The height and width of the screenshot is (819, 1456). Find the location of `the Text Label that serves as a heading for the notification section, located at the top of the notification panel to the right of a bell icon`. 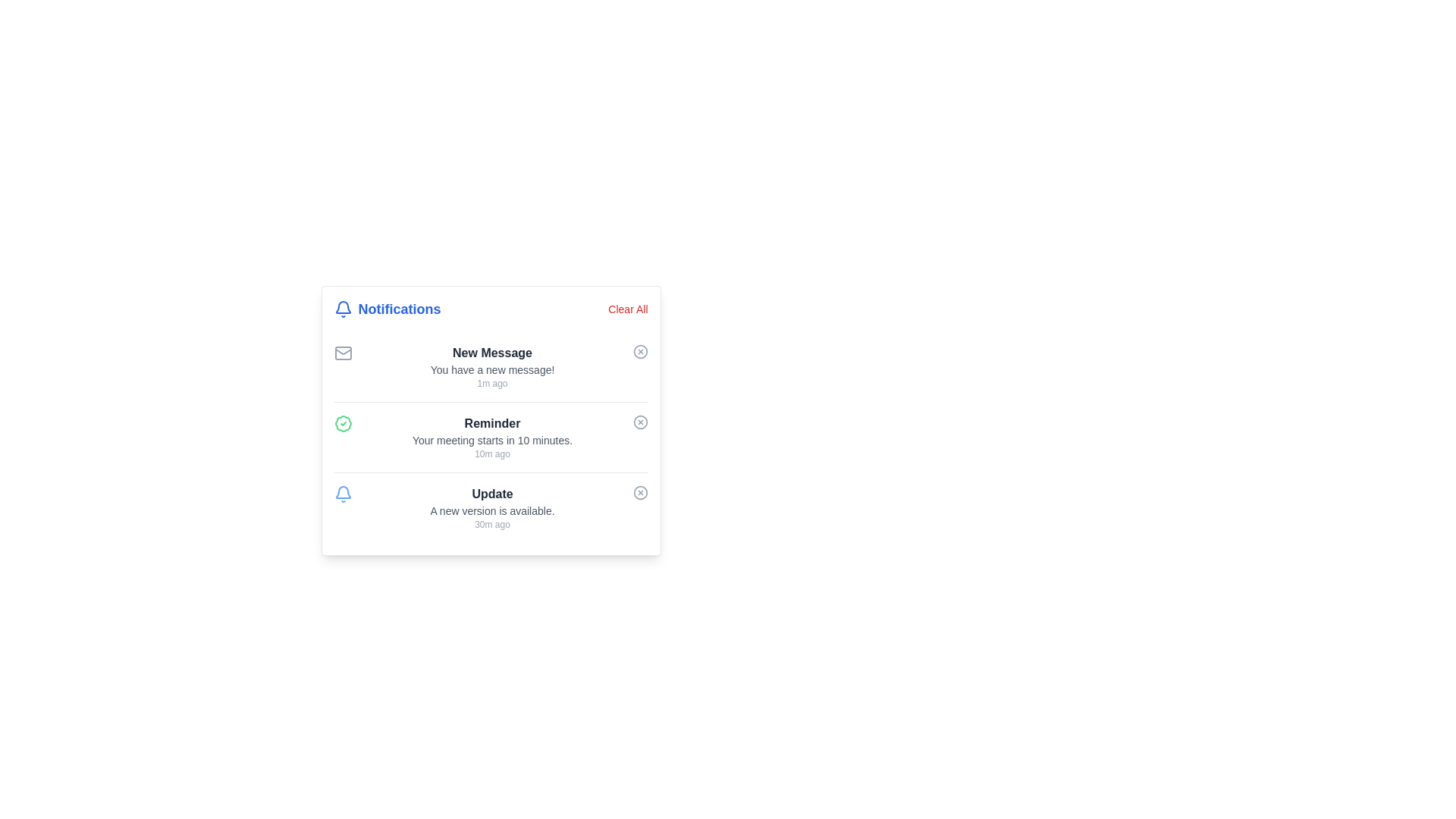

the Text Label that serves as a heading for the notification section, located at the top of the notification panel to the right of a bell icon is located at coordinates (400, 309).